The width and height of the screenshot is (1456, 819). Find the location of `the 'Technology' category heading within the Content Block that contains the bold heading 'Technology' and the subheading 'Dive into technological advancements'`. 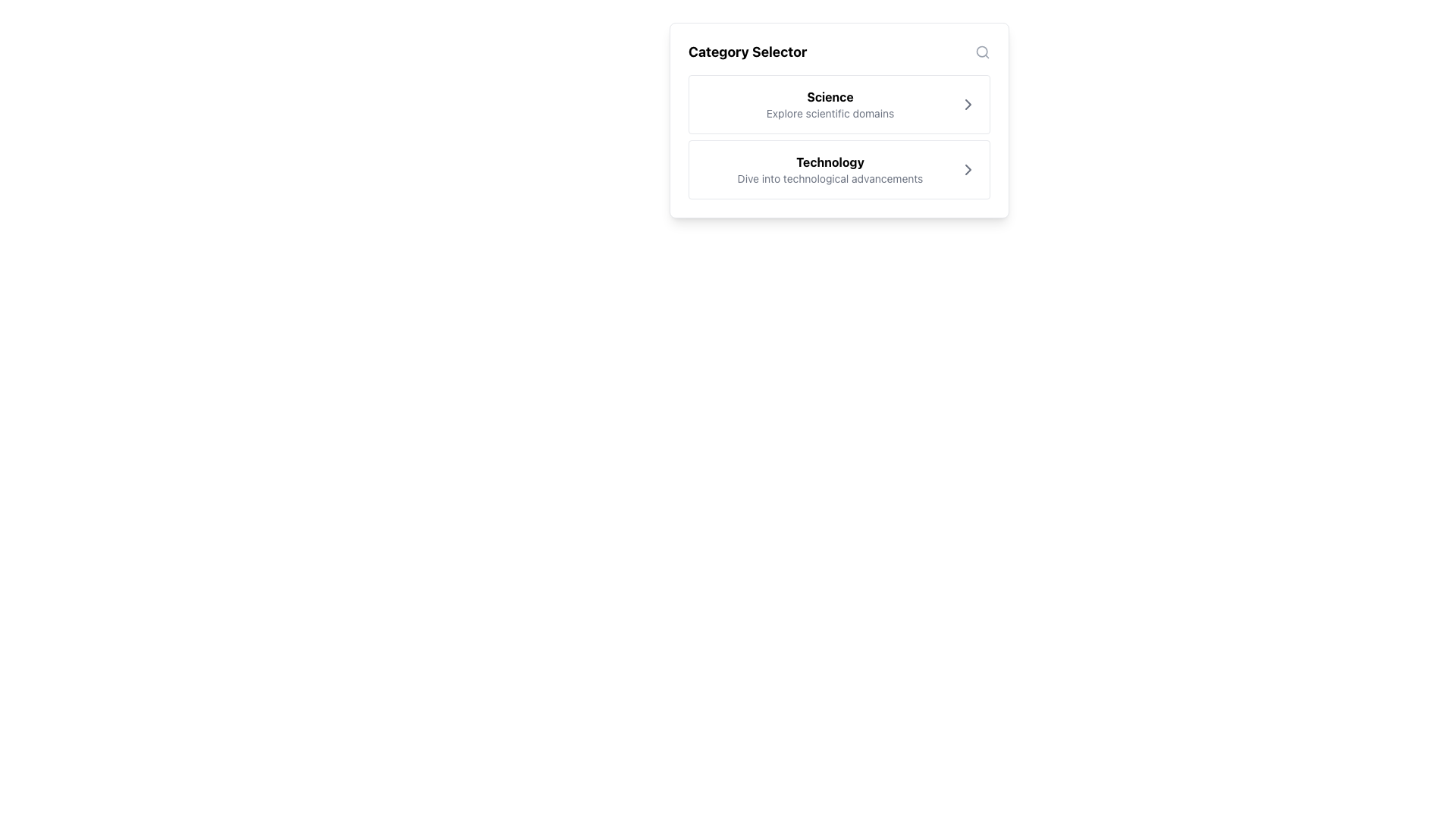

the 'Technology' category heading within the Content Block that contains the bold heading 'Technology' and the subheading 'Dive into technological advancements' is located at coordinates (829, 169).